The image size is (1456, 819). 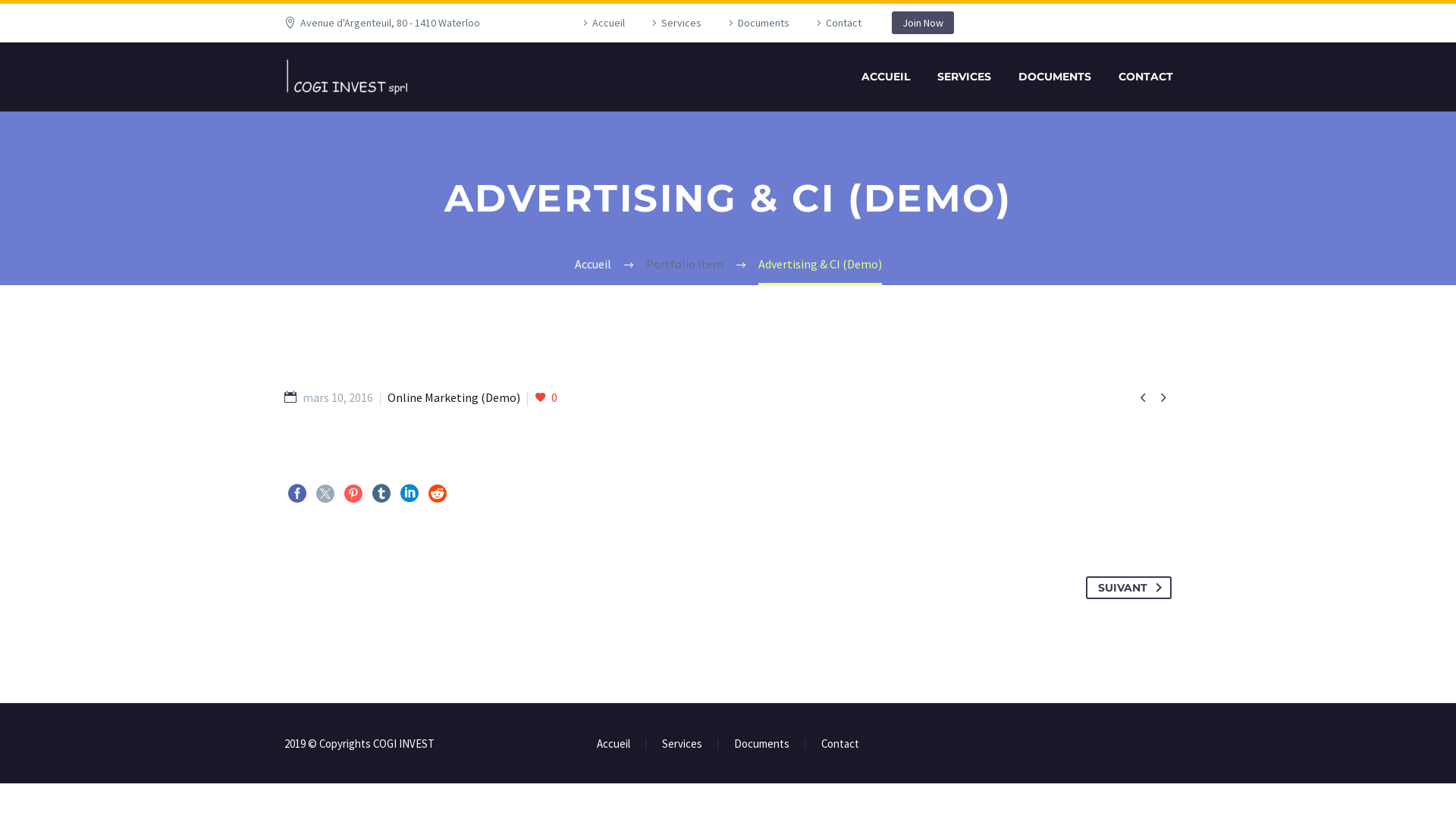 I want to click on 'Contact', so click(x=811, y=23).